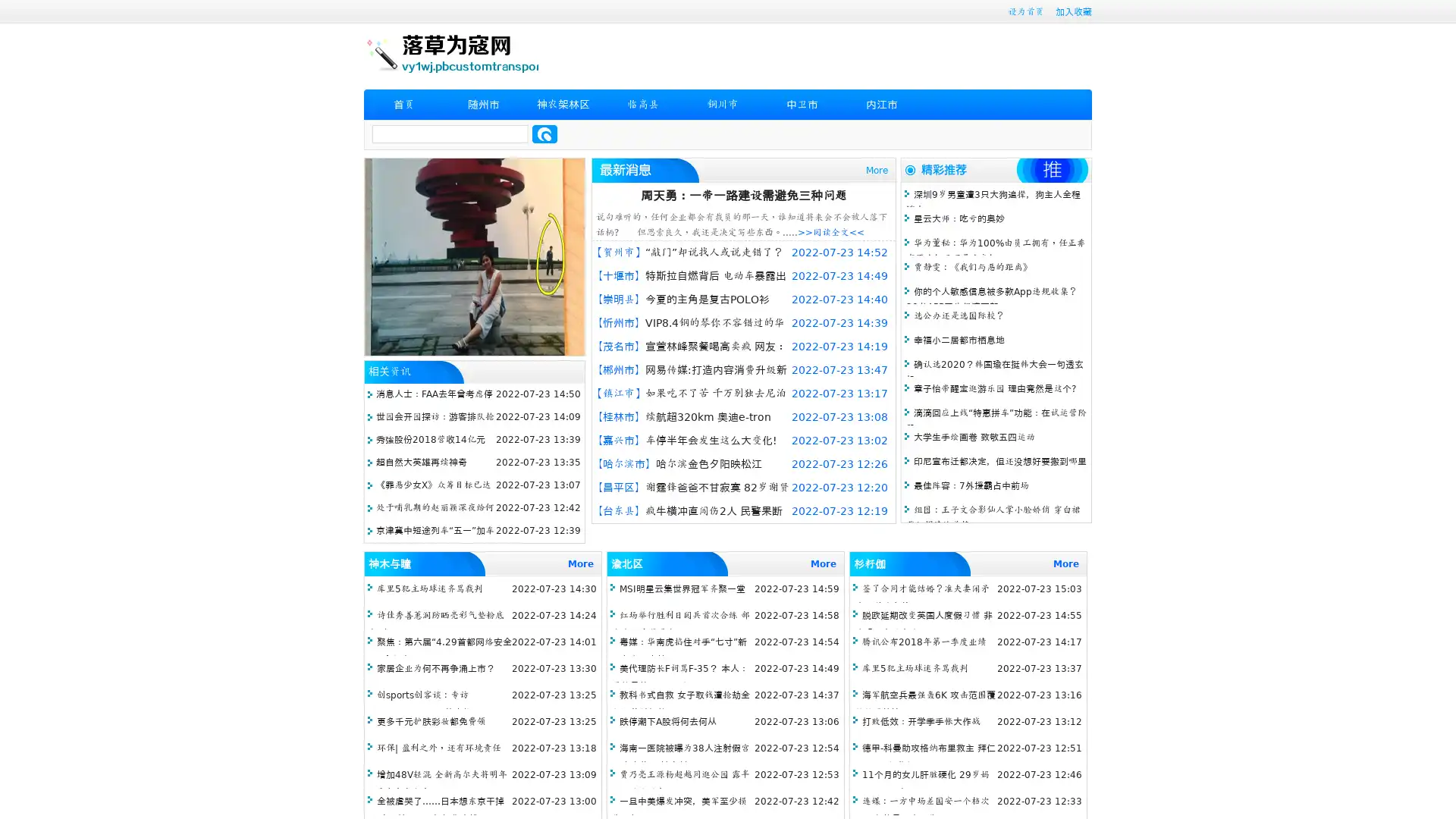 Image resolution: width=1456 pixels, height=819 pixels. I want to click on Search, so click(544, 133).